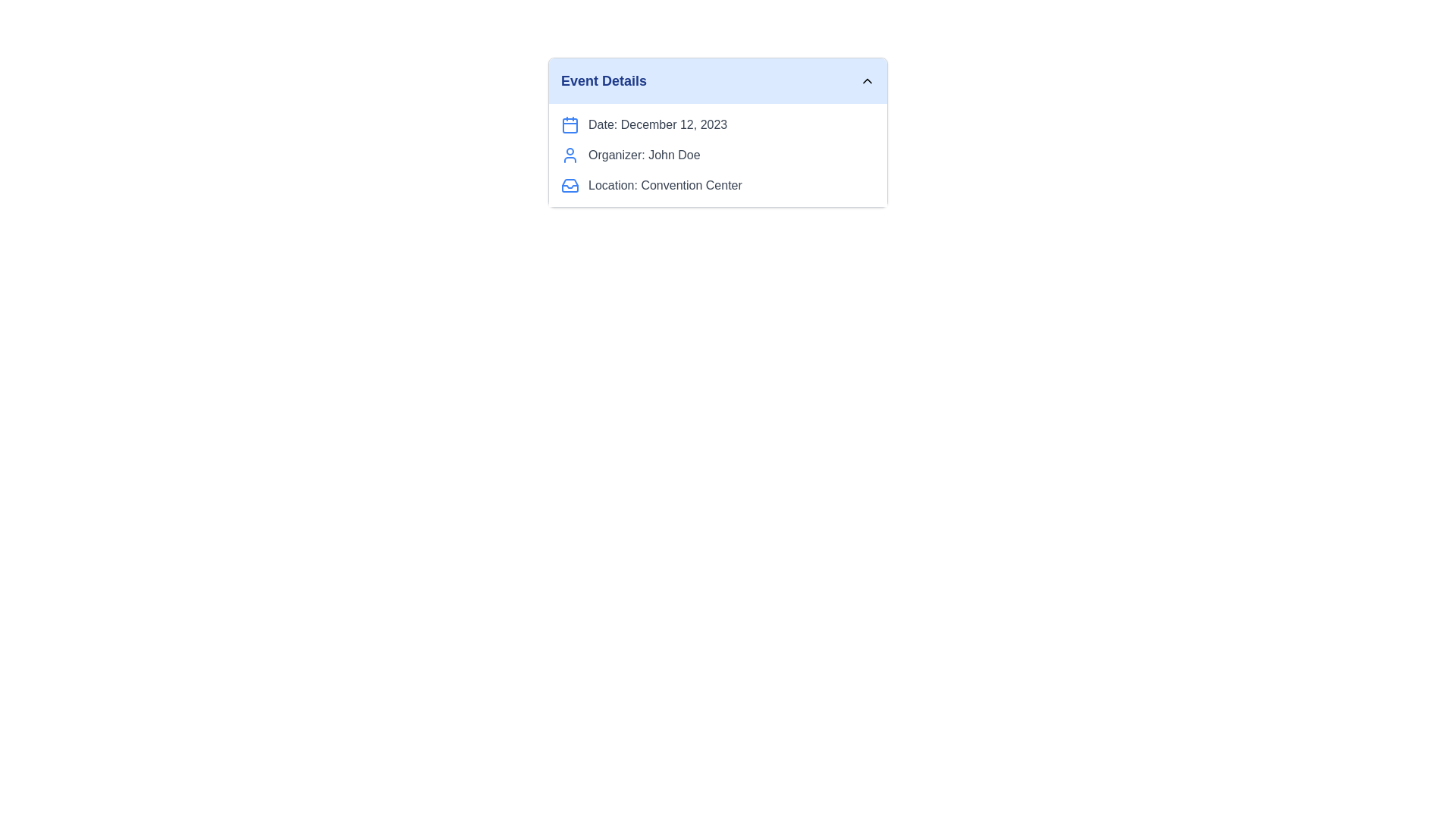 The width and height of the screenshot is (1456, 819). I want to click on the content of the Text label that serves as the title for the event details section, located at the top of the event details box, so click(603, 81).